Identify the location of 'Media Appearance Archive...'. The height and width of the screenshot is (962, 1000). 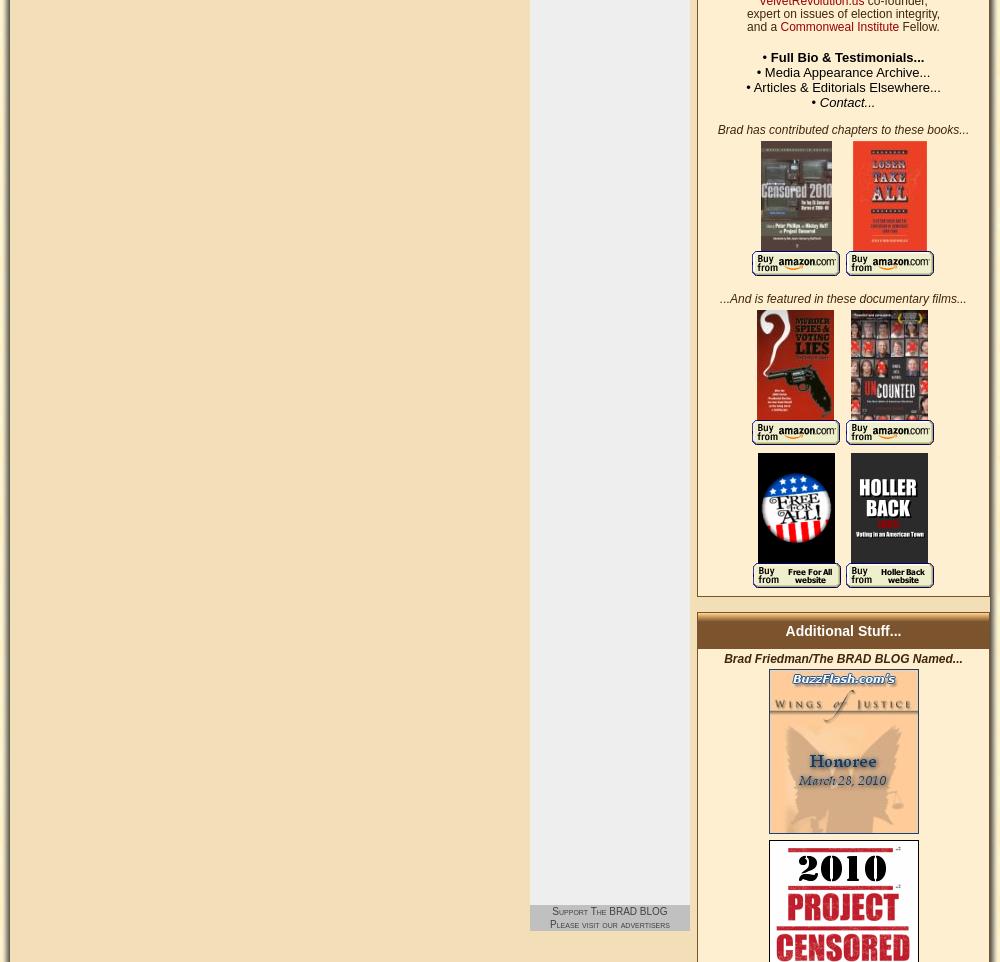
(846, 71).